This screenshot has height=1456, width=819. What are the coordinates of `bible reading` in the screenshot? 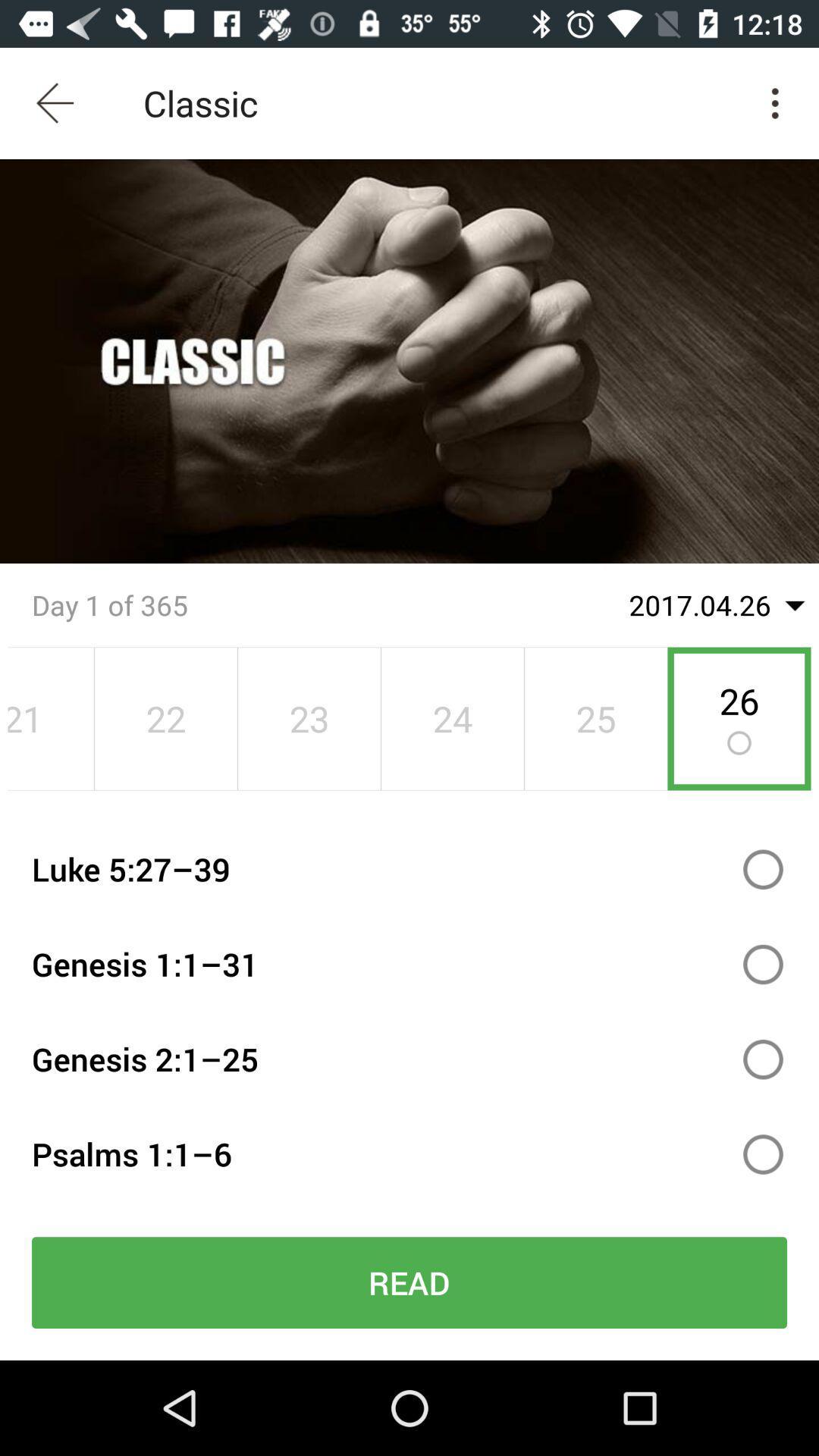 It's located at (763, 1153).